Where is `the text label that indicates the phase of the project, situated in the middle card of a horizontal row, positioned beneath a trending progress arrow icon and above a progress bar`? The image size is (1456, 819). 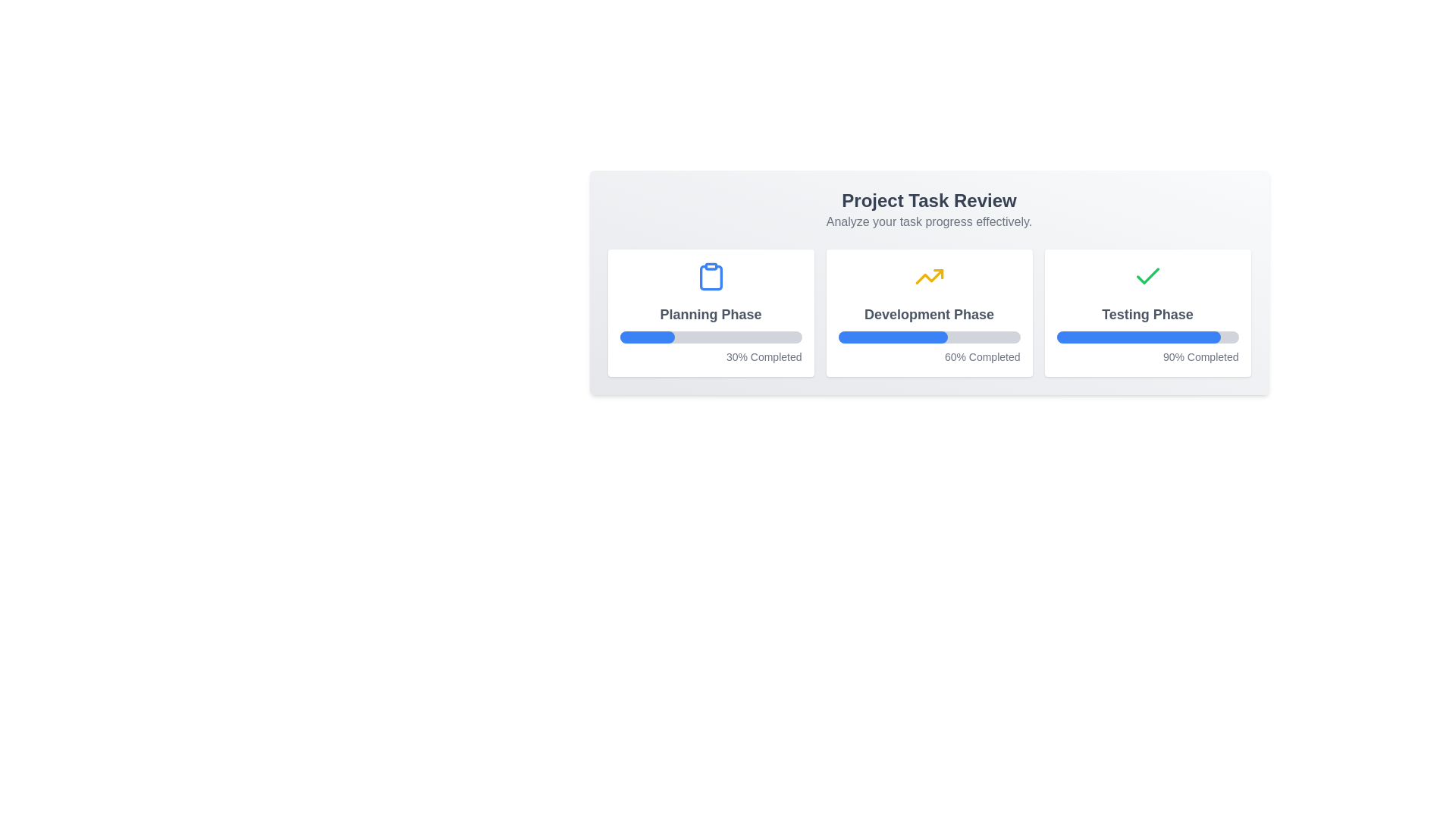 the text label that indicates the phase of the project, situated in the middle card of a horizontal row, positioned beneath a trending progress arrow icon and above a progress bar is located at coordinates (928, 314).